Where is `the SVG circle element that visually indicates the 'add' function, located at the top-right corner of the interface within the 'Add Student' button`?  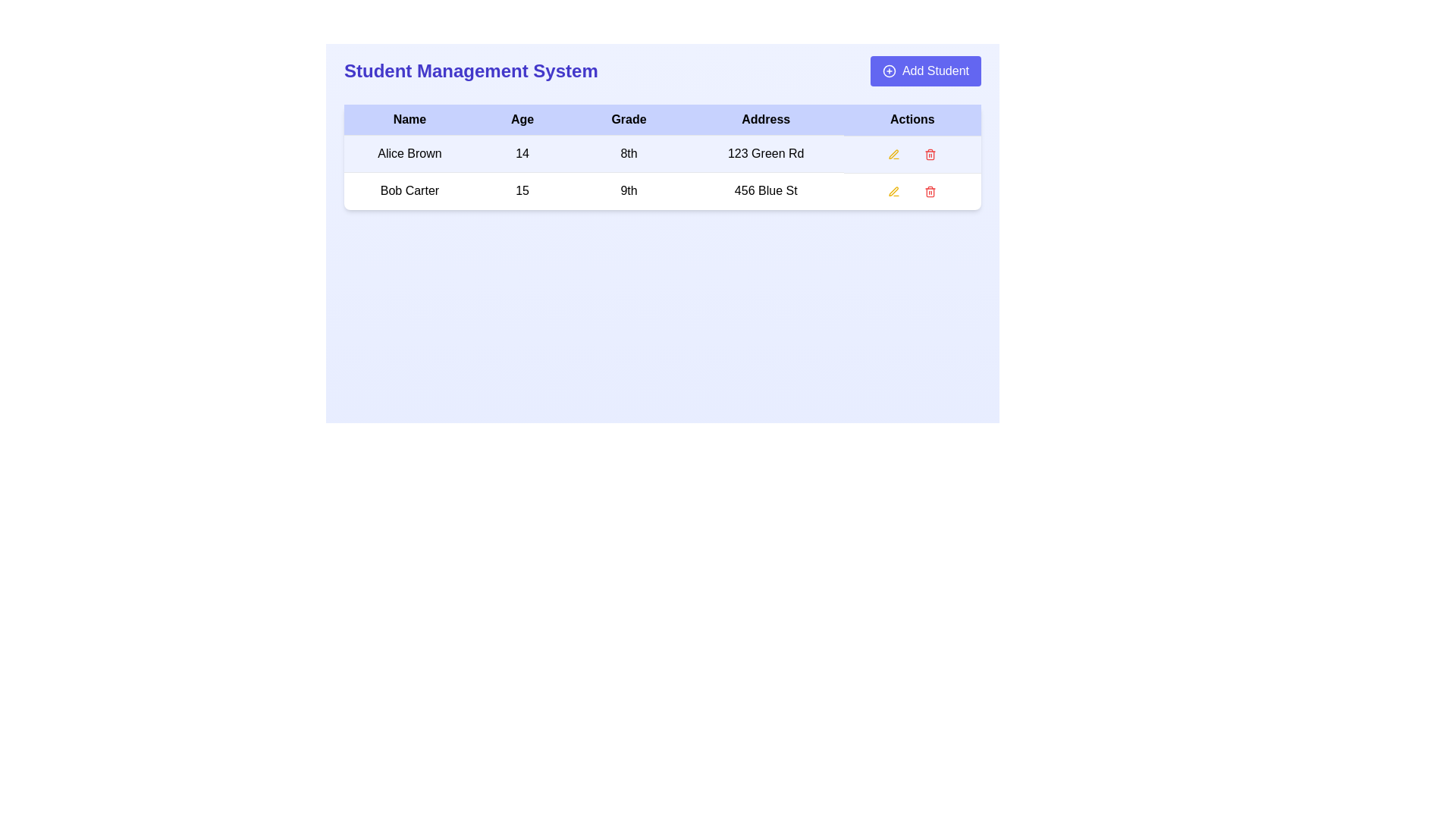
the SVG circle element that visually indicates the 'add' function, located at the top-right corner of the interface within the 'Add Student' button is located at coordinates (889, 71).